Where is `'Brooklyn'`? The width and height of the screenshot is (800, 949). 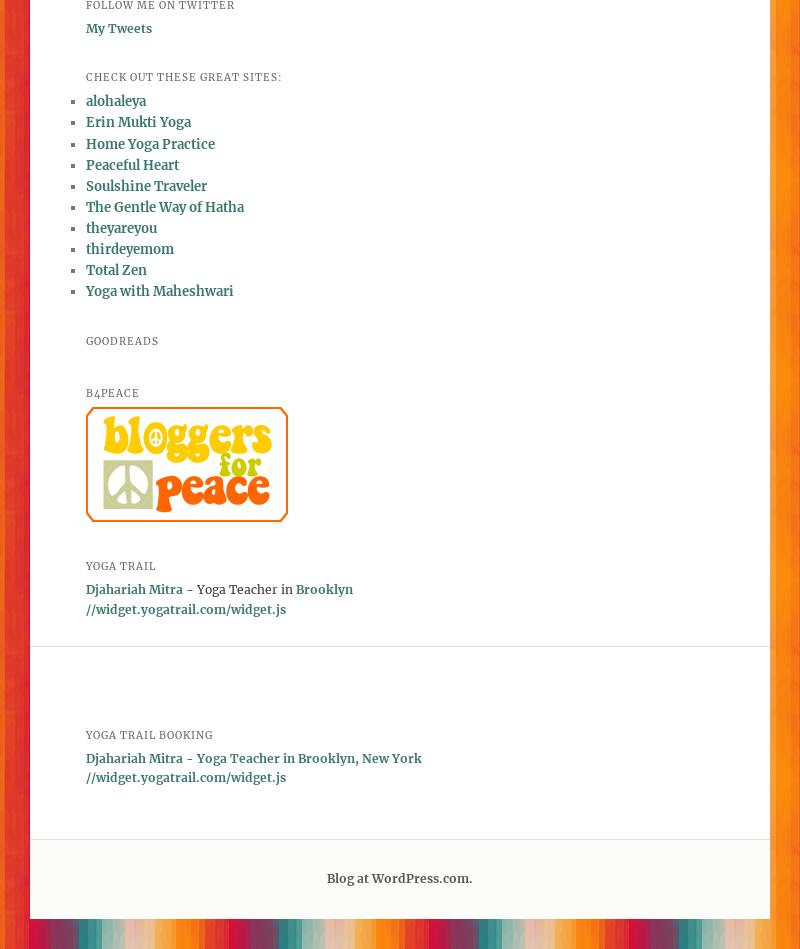 'Brooklyn' is located at coordinates (323, 588).